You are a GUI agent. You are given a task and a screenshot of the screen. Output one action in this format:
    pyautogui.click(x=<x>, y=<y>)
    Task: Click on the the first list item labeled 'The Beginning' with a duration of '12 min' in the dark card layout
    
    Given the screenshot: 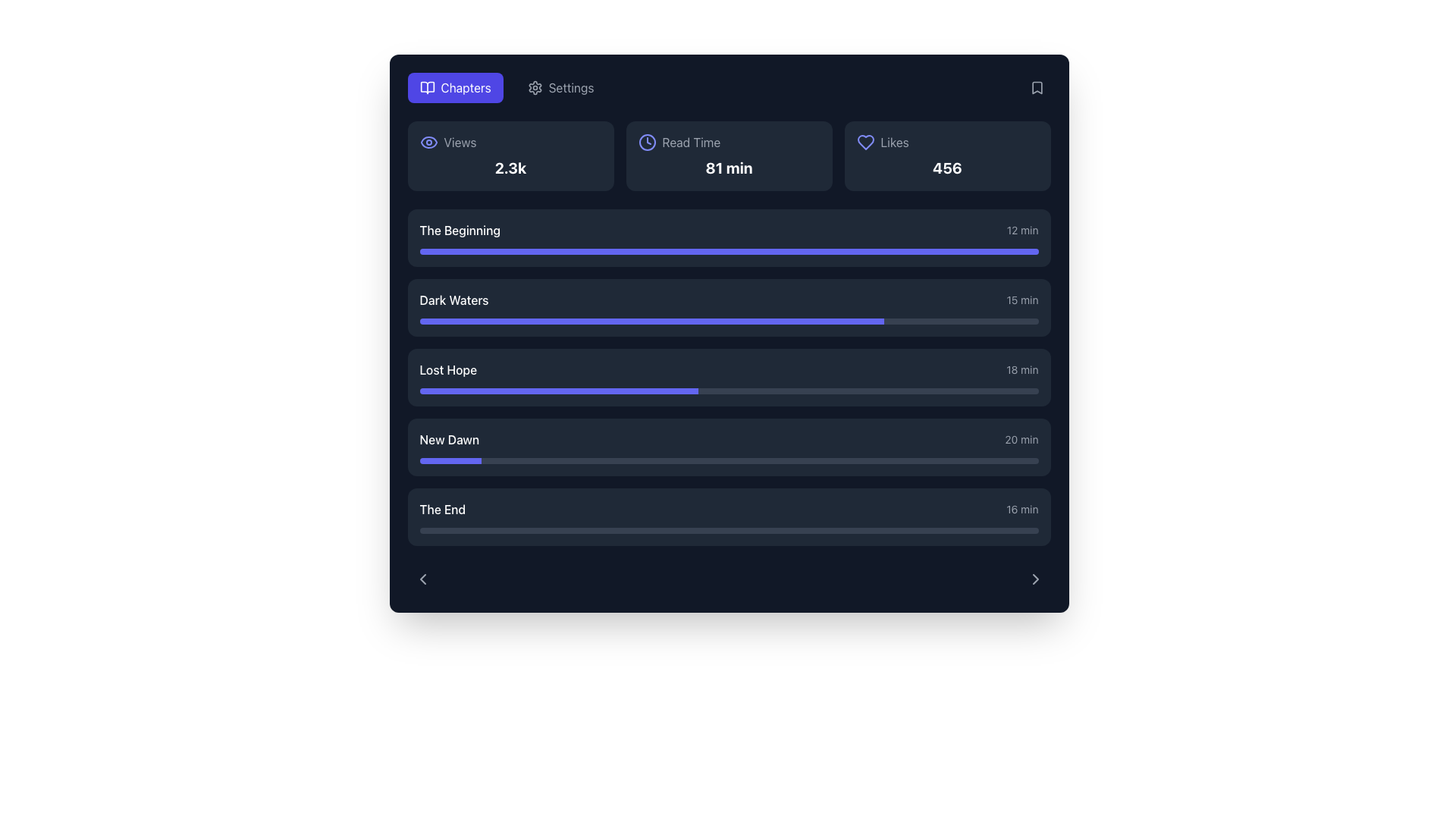 What is the action you would take?
    pyautogui.click(x=729, y=231)
    